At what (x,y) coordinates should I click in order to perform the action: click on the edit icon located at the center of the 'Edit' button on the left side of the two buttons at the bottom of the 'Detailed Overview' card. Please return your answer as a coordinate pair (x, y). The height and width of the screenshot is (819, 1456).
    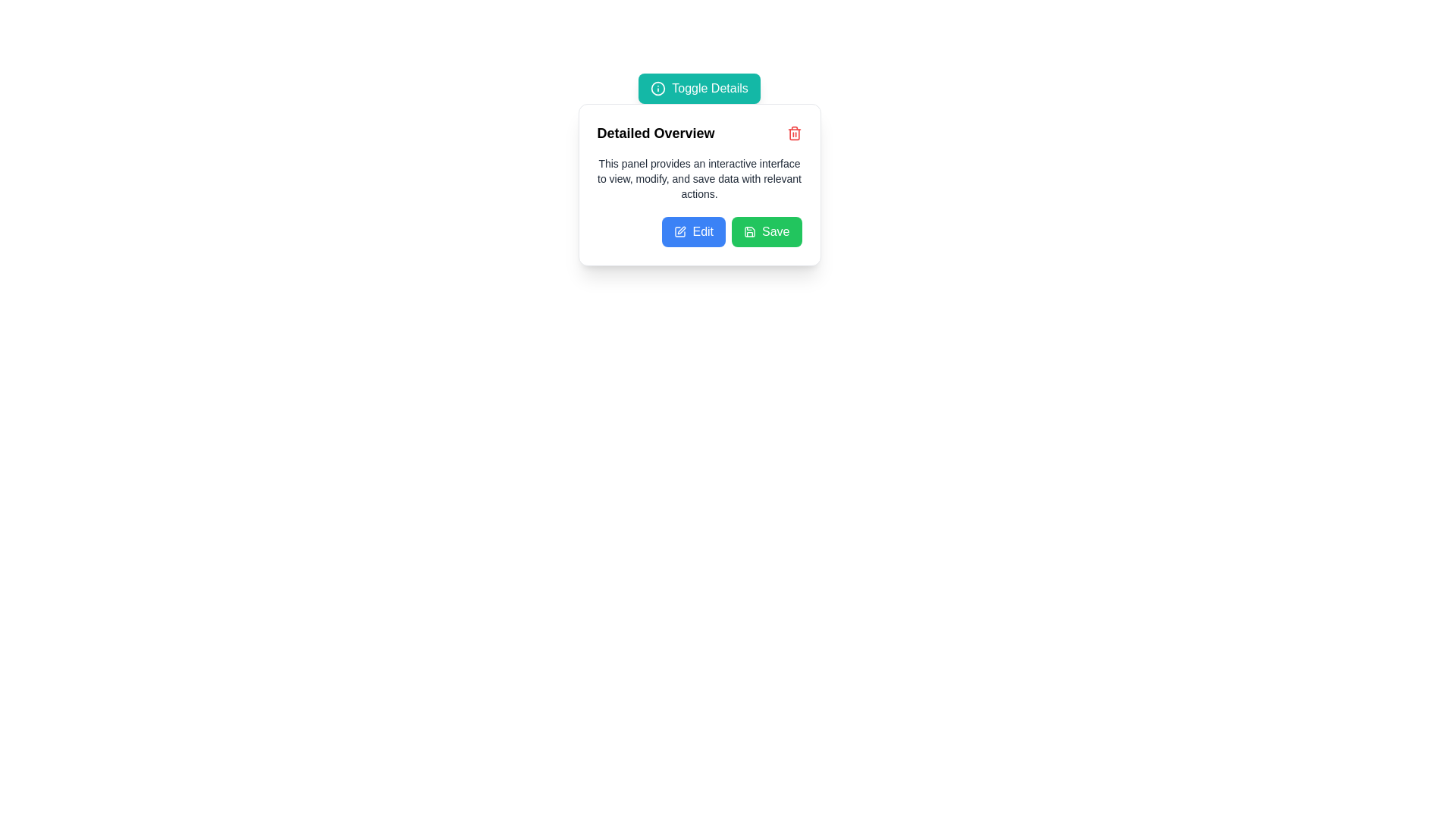
    Looking at the image, I should click on (679, 231).